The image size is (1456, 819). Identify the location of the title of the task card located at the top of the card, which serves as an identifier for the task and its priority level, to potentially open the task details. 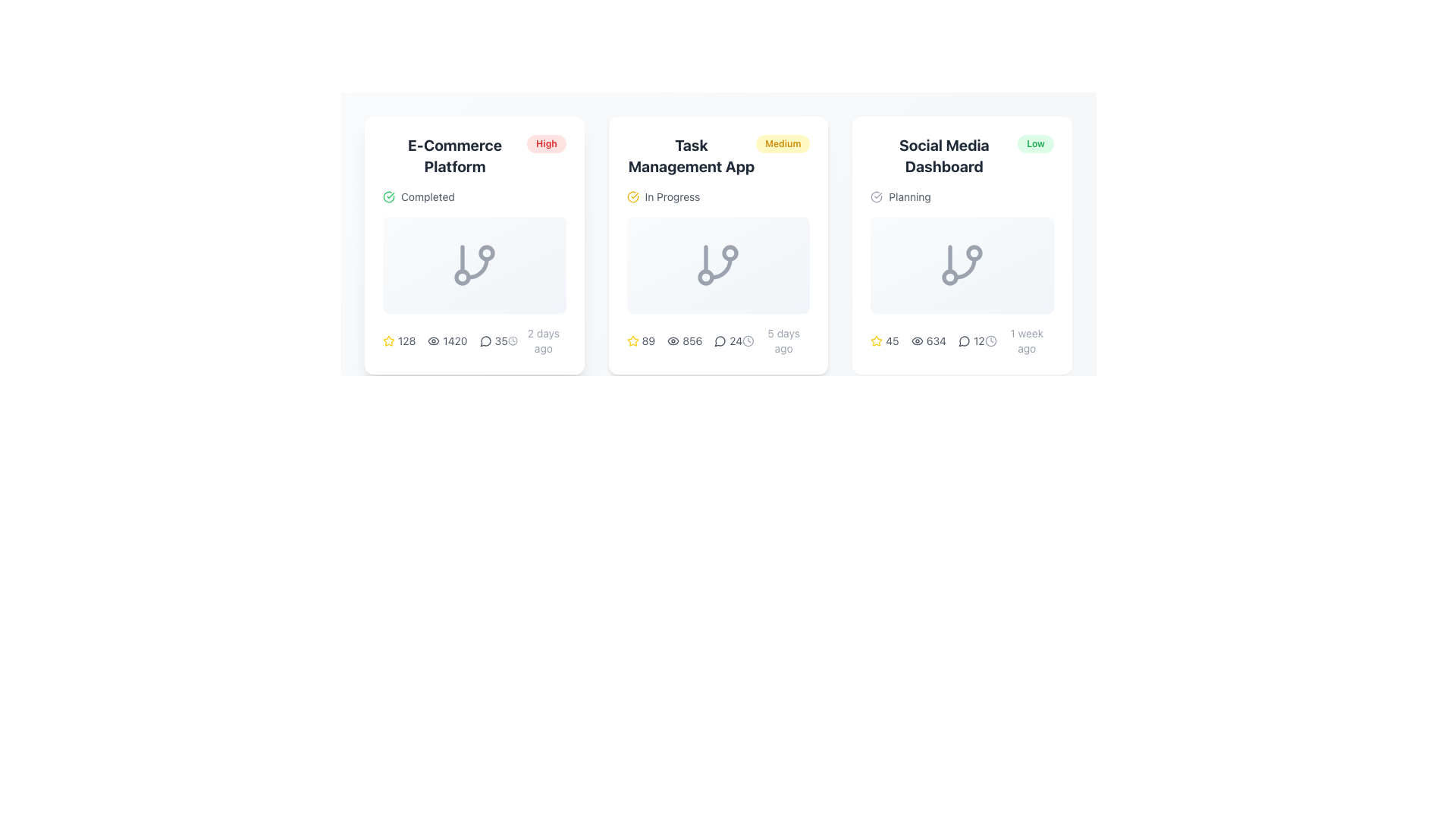
(717, 155).